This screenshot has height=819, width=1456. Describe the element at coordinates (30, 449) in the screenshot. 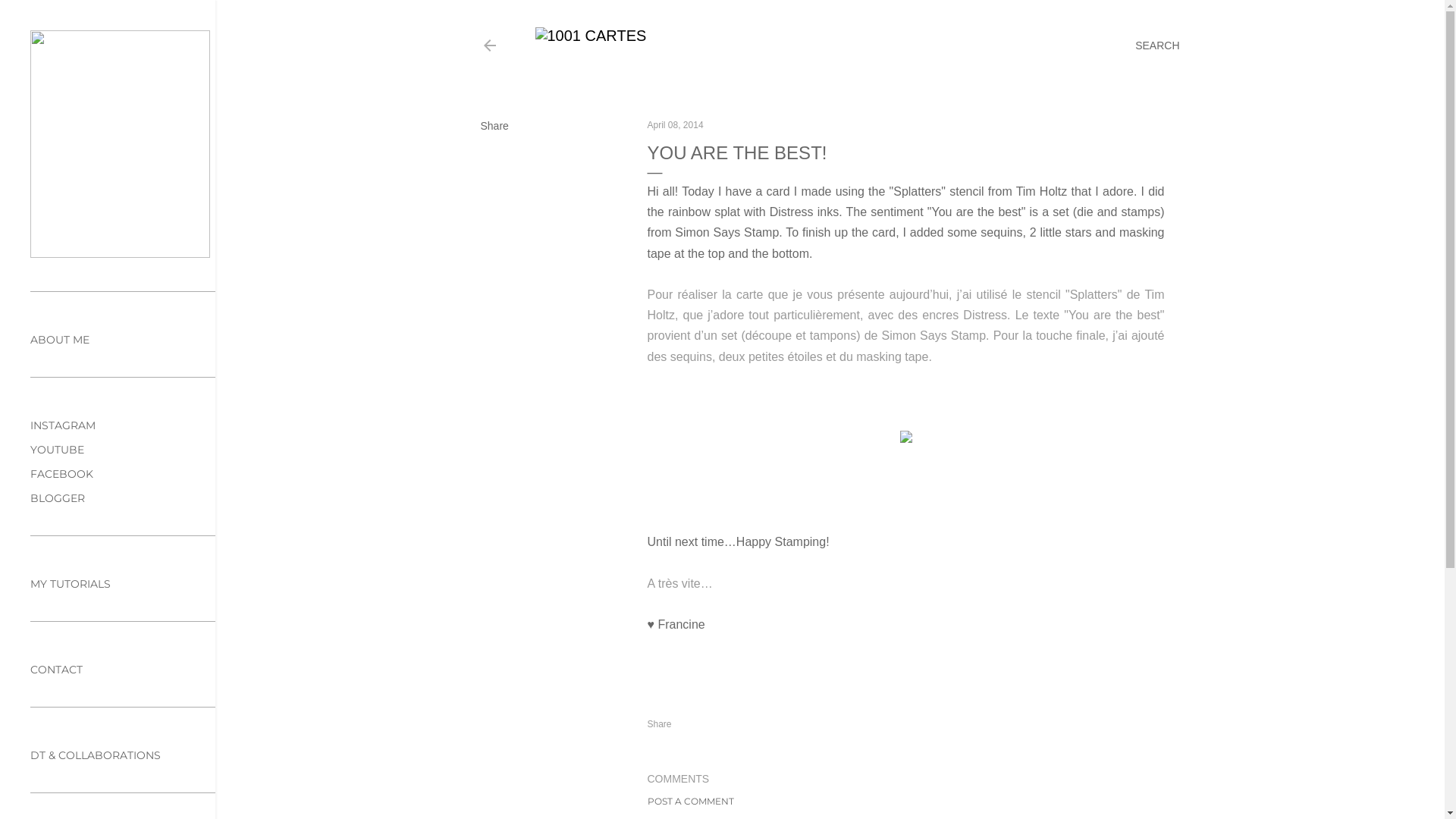

I see `'YOUTUBE'` at that location.